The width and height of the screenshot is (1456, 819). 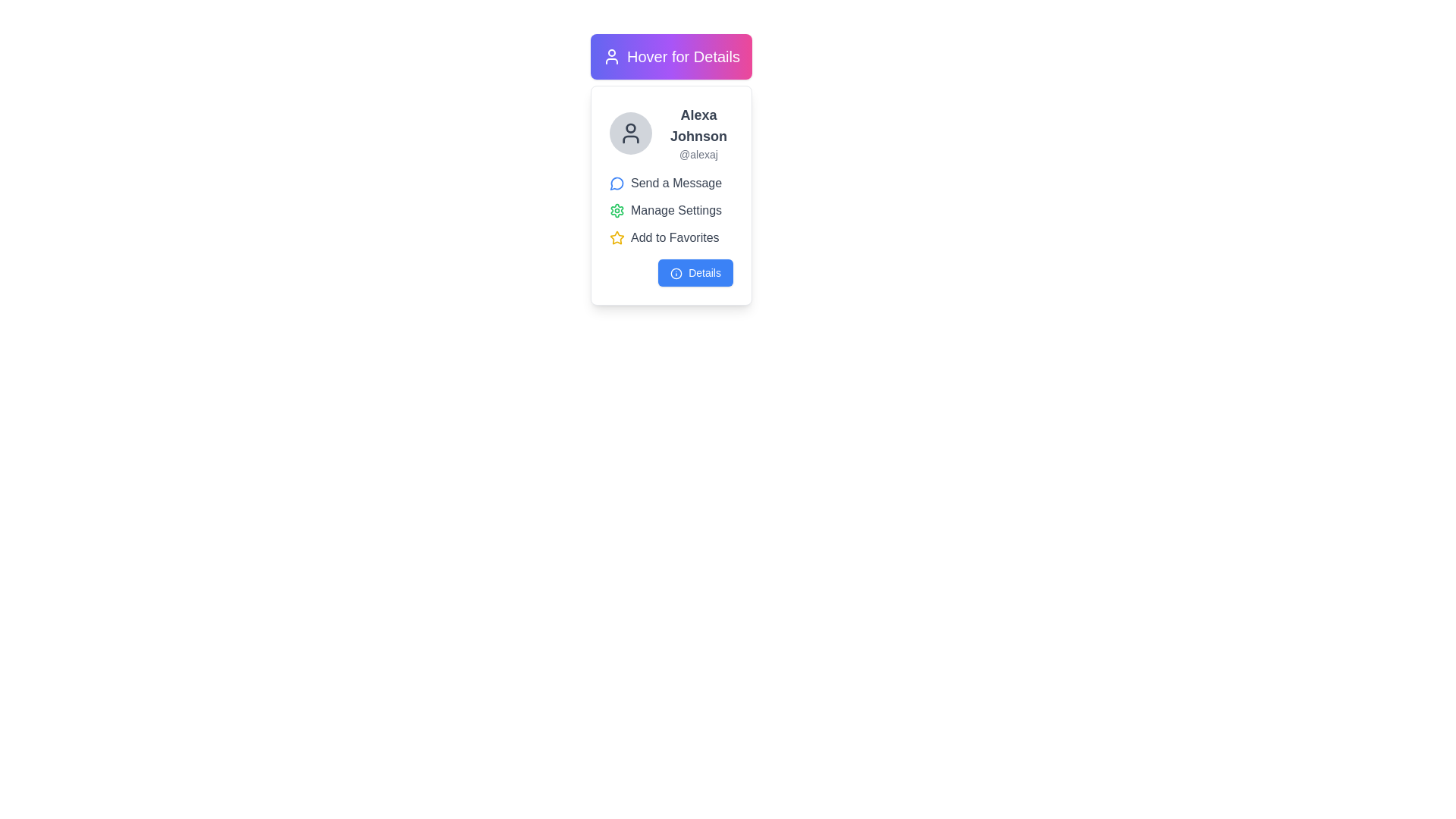 What do you see at coordinates (670, 237) in the screenshot?
I see `the 'Add to Favorites' button` at bounding box center [670, 237].